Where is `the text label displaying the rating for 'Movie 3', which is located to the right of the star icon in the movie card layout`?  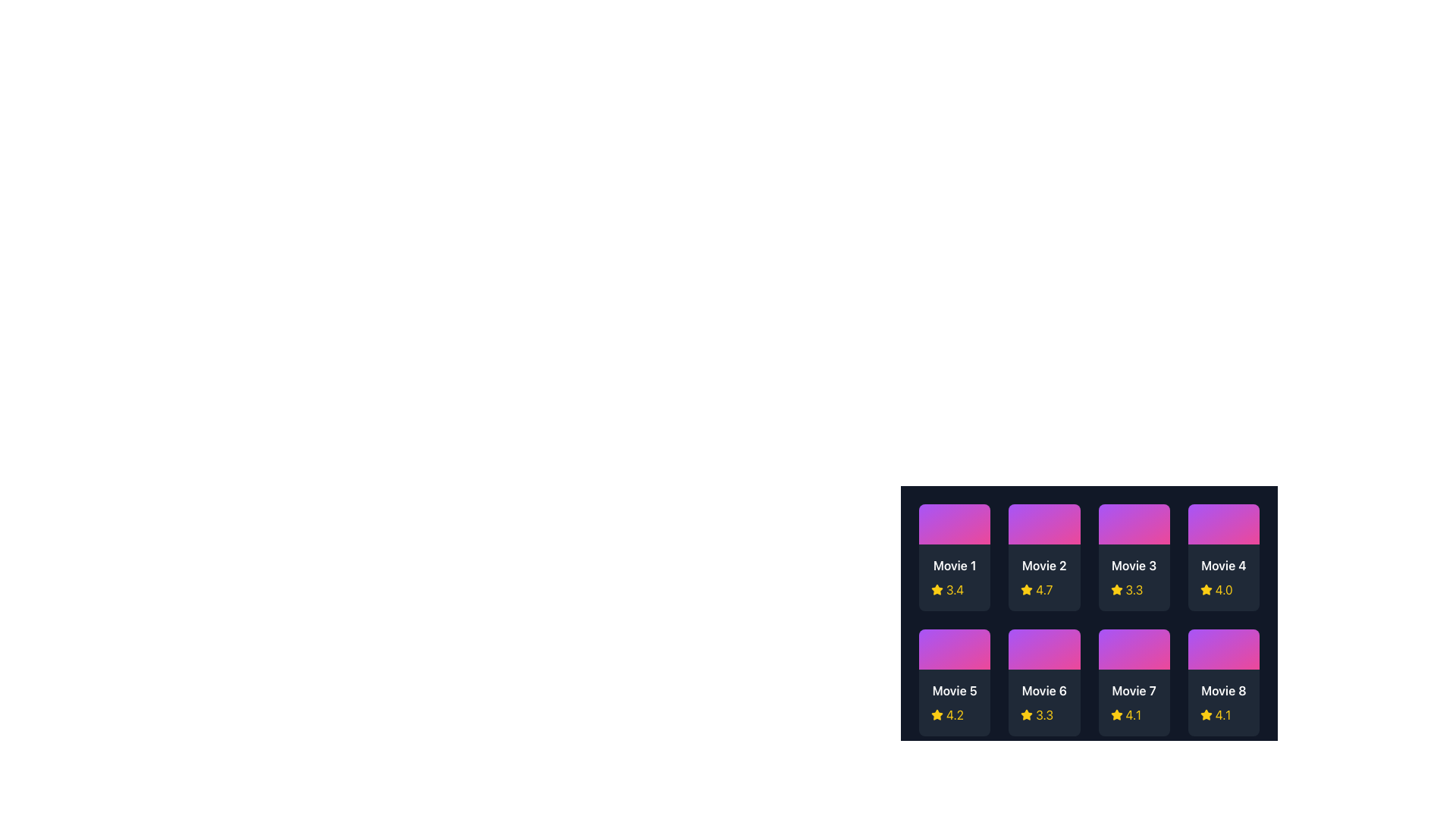 the text label displaying the rating for 'Movie 3', which is located to the right of the star icon in the movie card layout is located at coordinates (1134, 589).